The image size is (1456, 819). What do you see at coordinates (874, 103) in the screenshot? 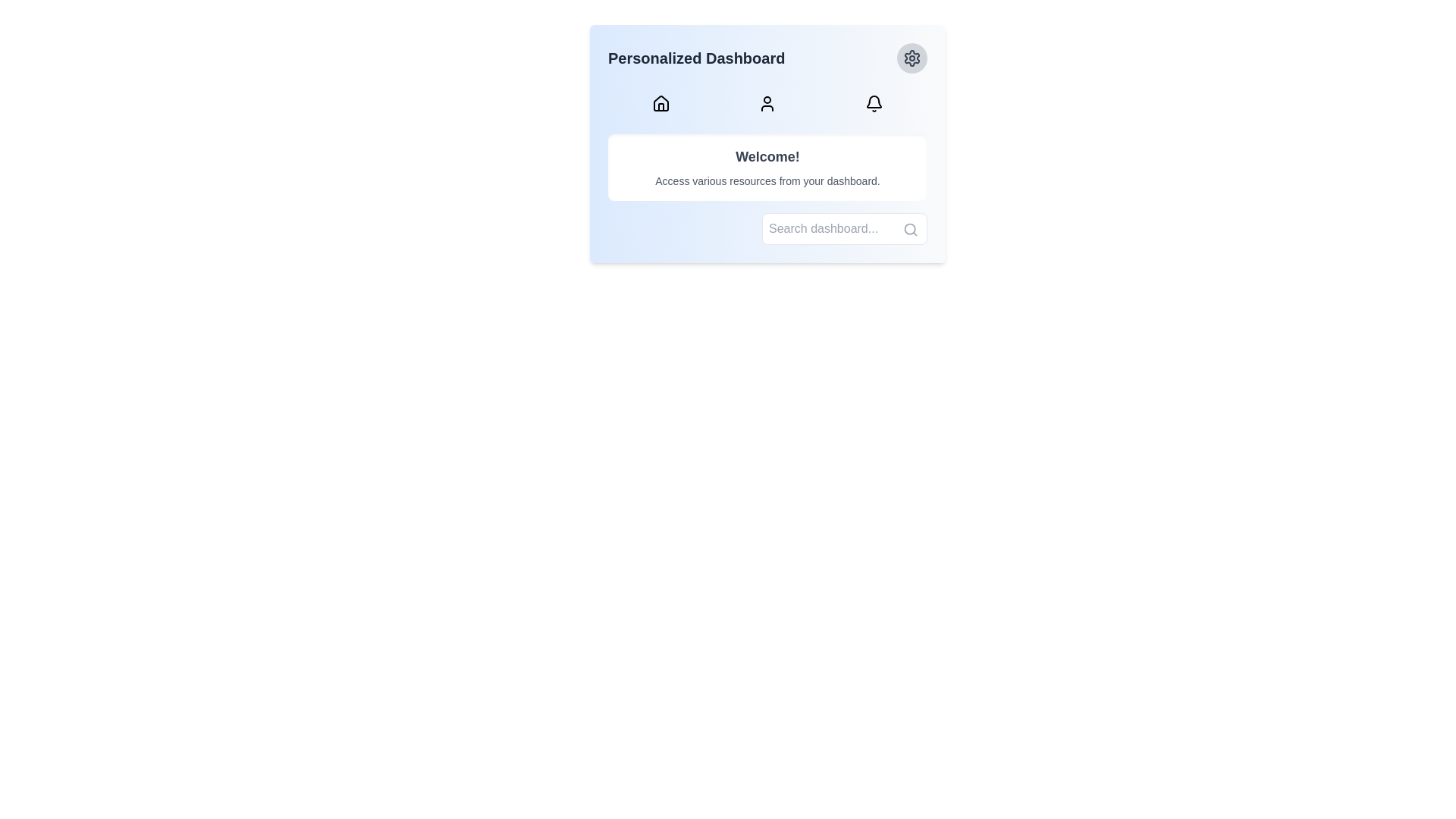
I see `the minimalist bell icon button located at the top-right corner of the dashboard interface` at bounding box center [874, 103].